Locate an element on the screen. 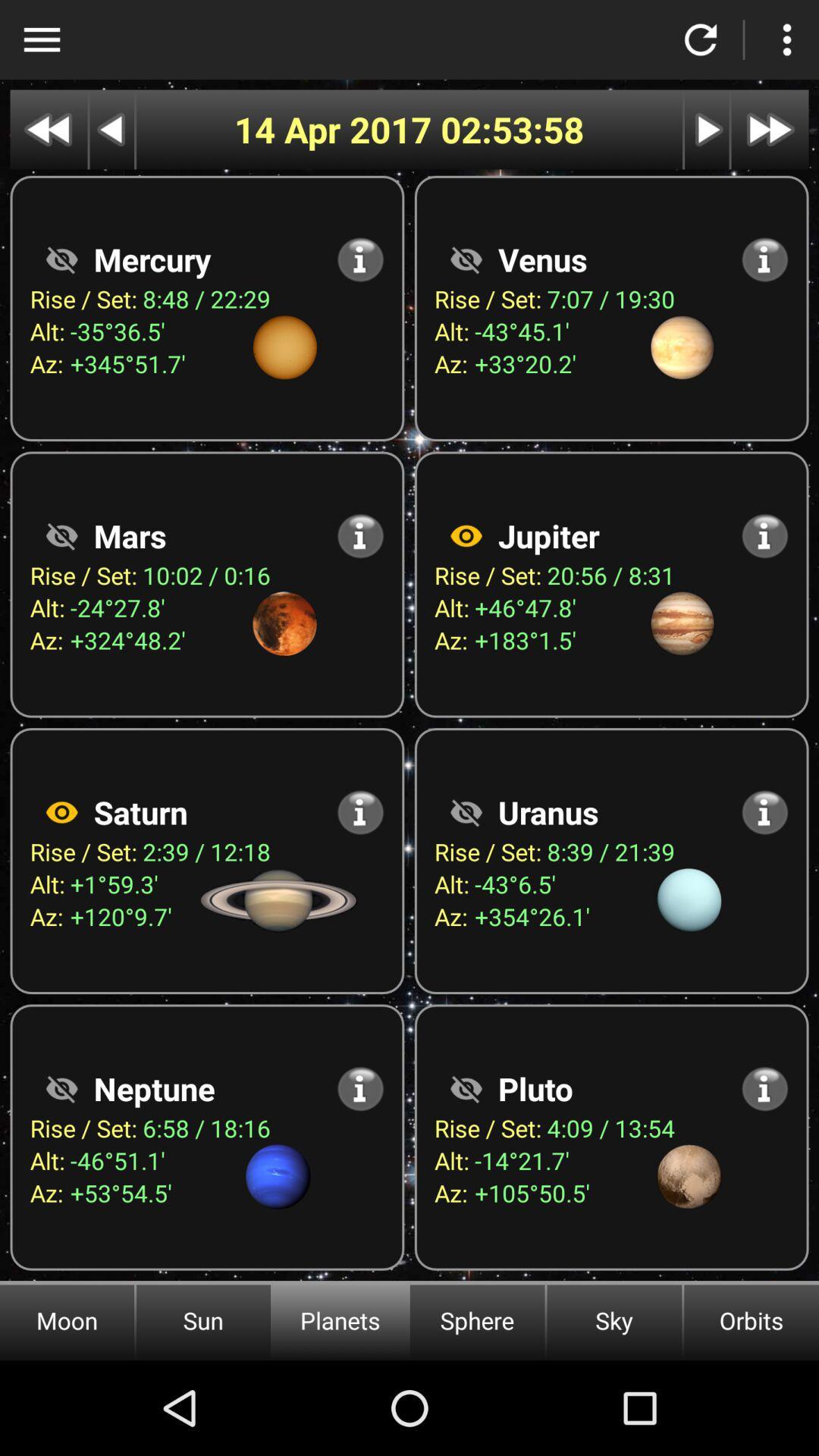 The width and height of the screenshot is (819, 1456). tap to launch picture is located at coordinates (465, 535).